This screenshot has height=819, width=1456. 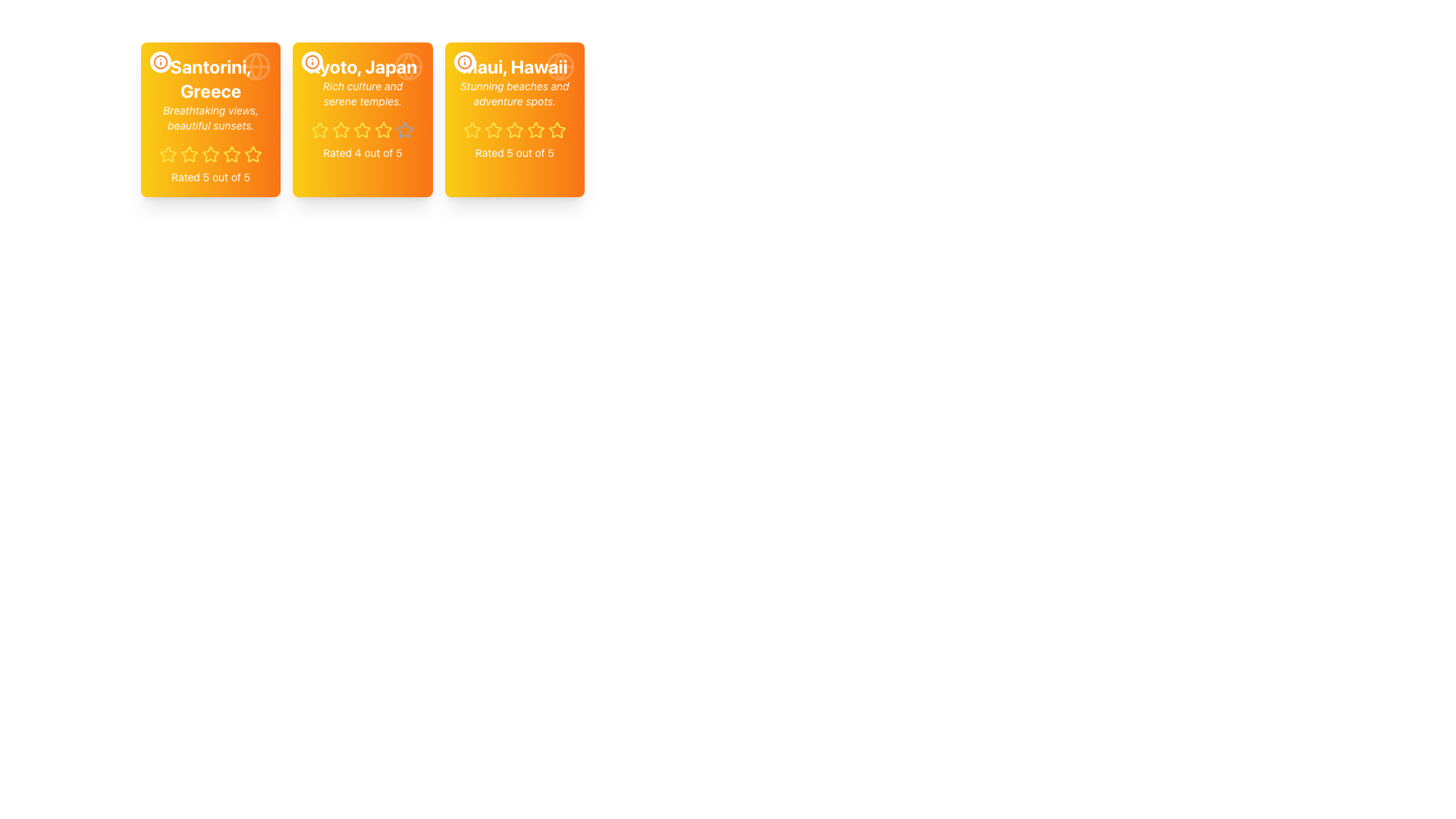 What do you see at coordinates (514, 66) in the screenshot?
I see `text displayed in the prominent Text Label that says 'Maui, Hawaii', which is centrally positioned in the third card of a horizontally aligned set of cards` at bounding box center [514, 66].